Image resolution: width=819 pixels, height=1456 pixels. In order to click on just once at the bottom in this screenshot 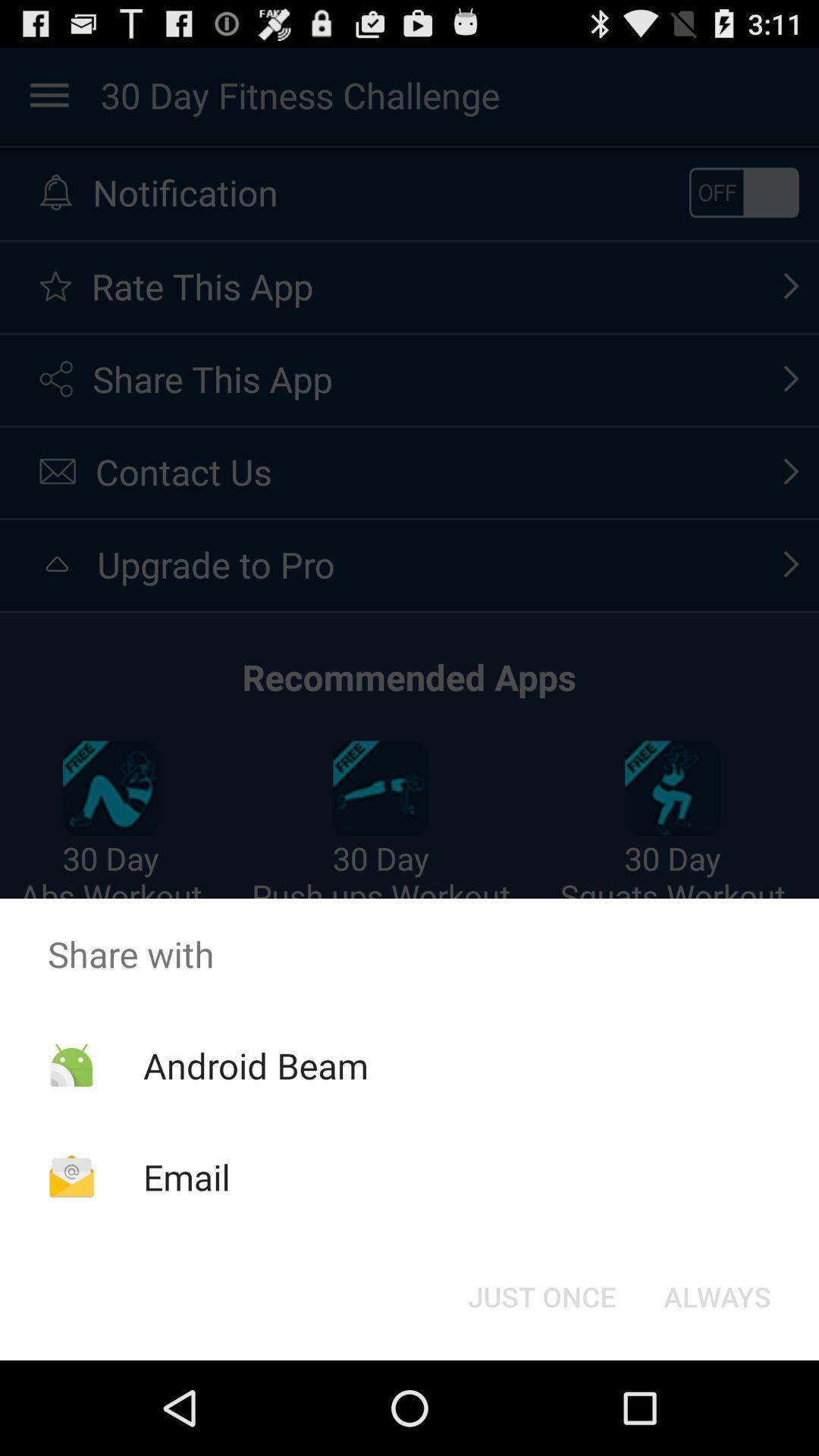, I will do `click(541, 1295)`.